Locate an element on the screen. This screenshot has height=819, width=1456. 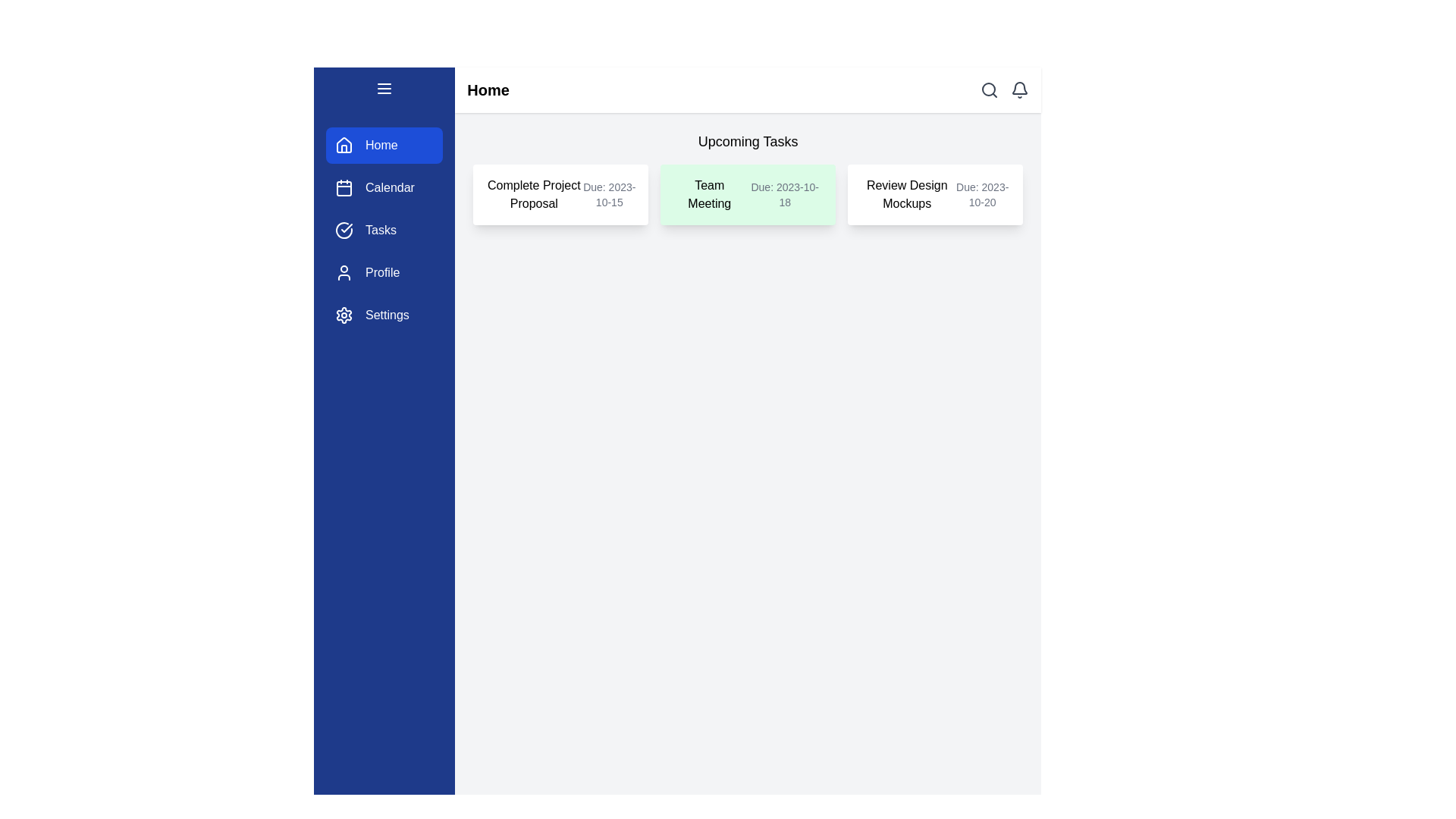
the toggle button icon, which is a menu icon represented by three horizontal lines stacked vertically is located at coordinates (384, 88).